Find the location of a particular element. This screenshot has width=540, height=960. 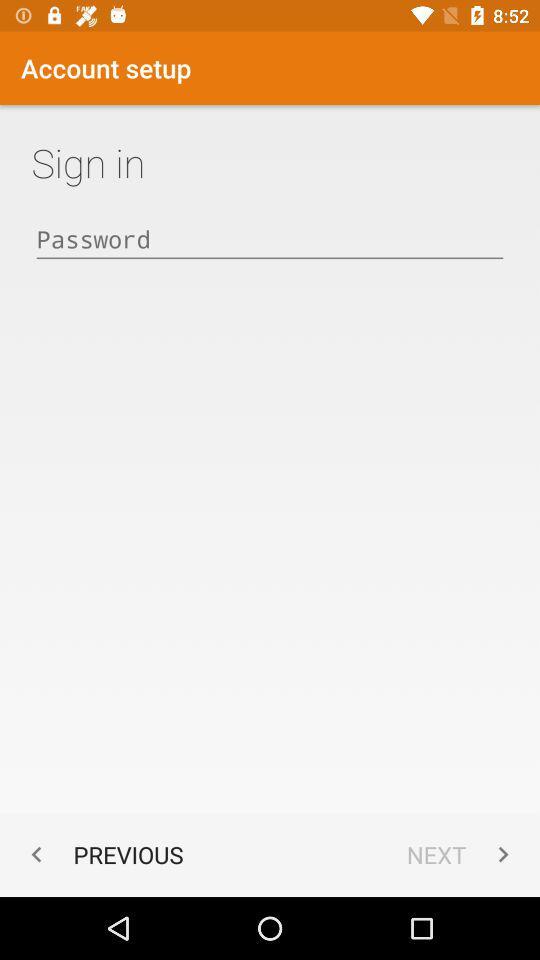

the item at the bottom right corner is located at coordinates (462, 853).